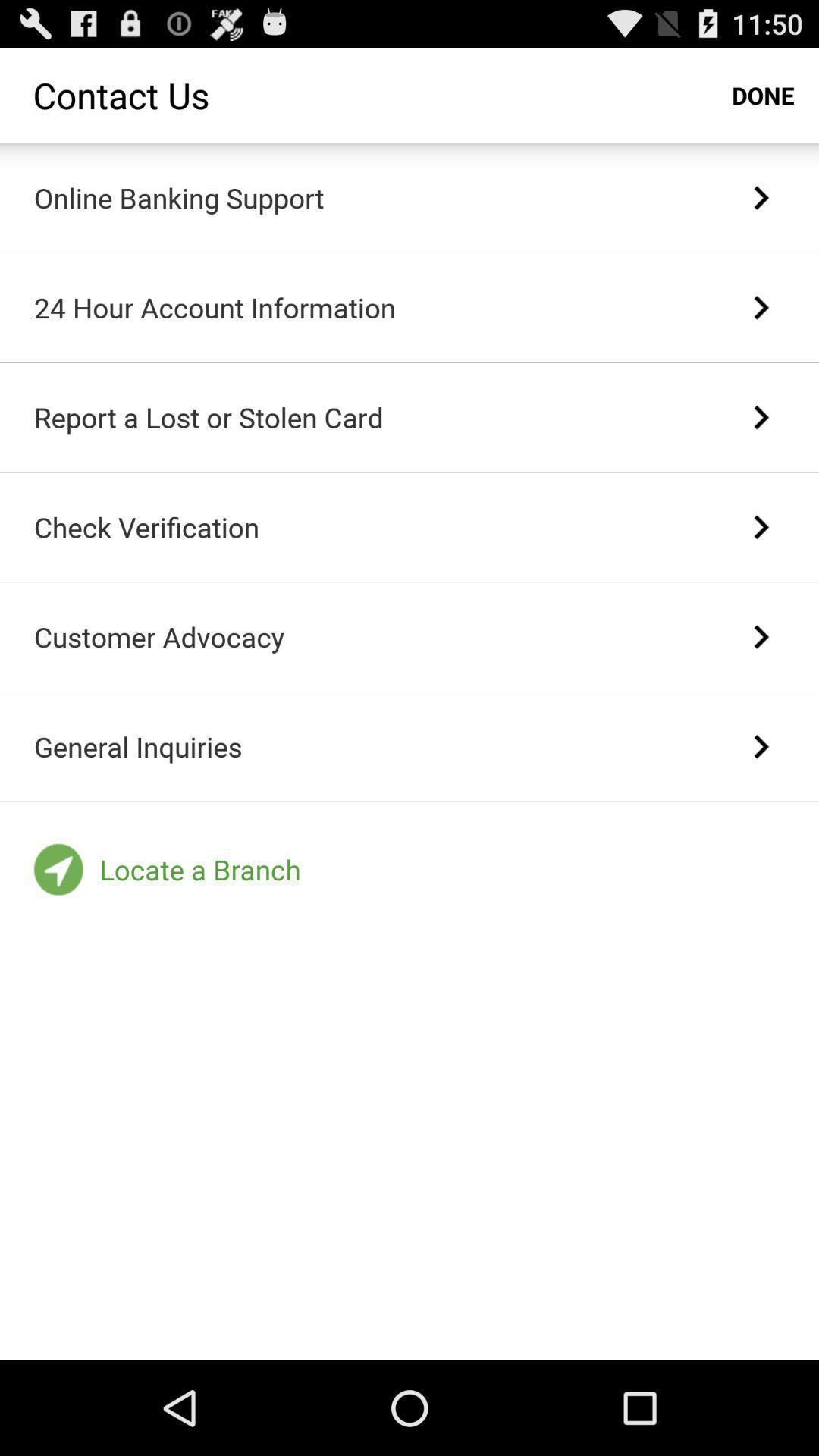  Describe the element at coordinates (761, 417) in the screenshot. I see `the item to the right of the report a lost icon` at that location.